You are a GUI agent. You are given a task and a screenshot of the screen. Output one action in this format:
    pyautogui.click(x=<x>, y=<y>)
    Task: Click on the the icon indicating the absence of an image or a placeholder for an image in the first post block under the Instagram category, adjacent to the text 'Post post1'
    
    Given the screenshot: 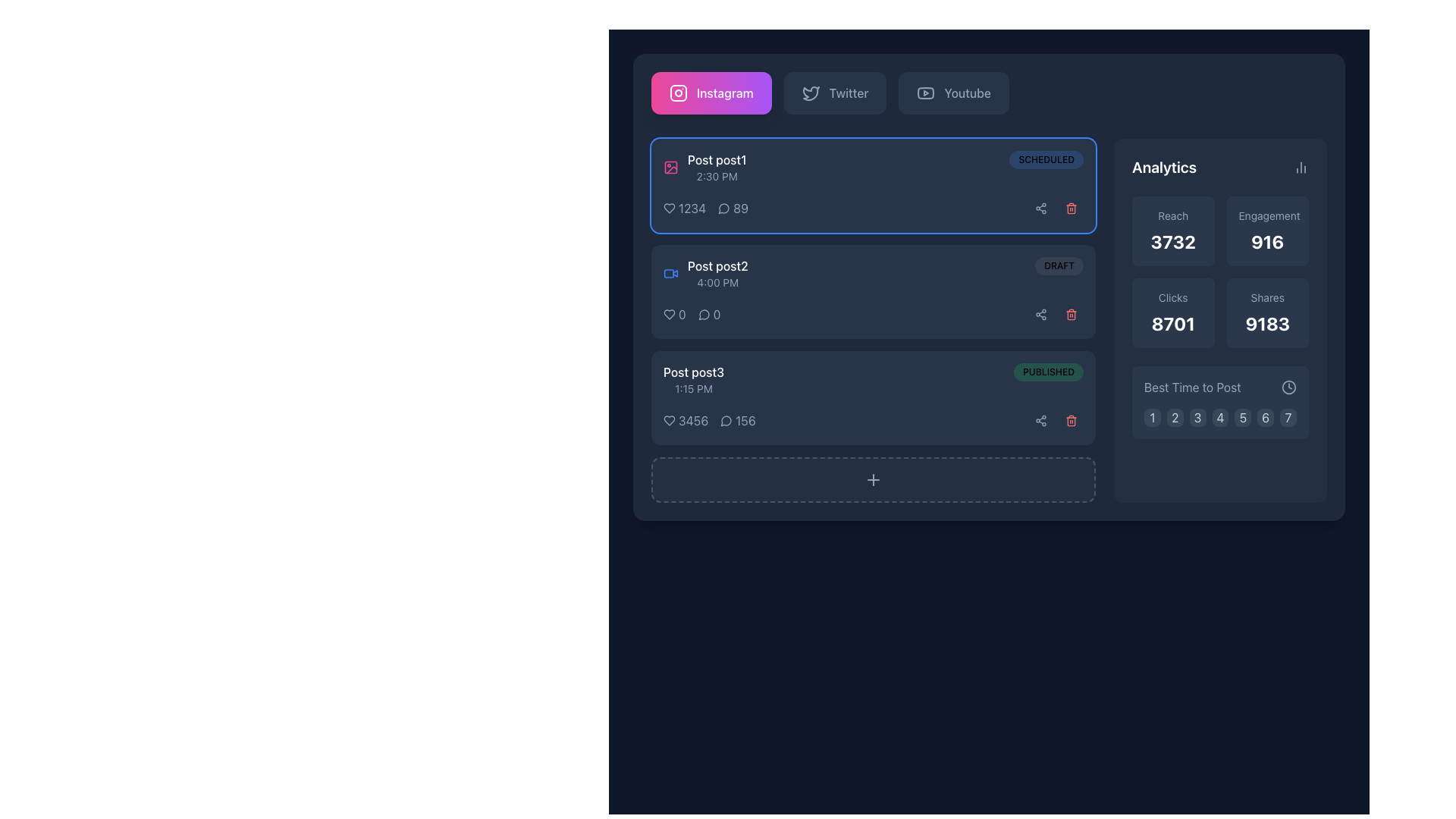 What is the action you would take?
    pyautogui.click(x=670, y=167)
    